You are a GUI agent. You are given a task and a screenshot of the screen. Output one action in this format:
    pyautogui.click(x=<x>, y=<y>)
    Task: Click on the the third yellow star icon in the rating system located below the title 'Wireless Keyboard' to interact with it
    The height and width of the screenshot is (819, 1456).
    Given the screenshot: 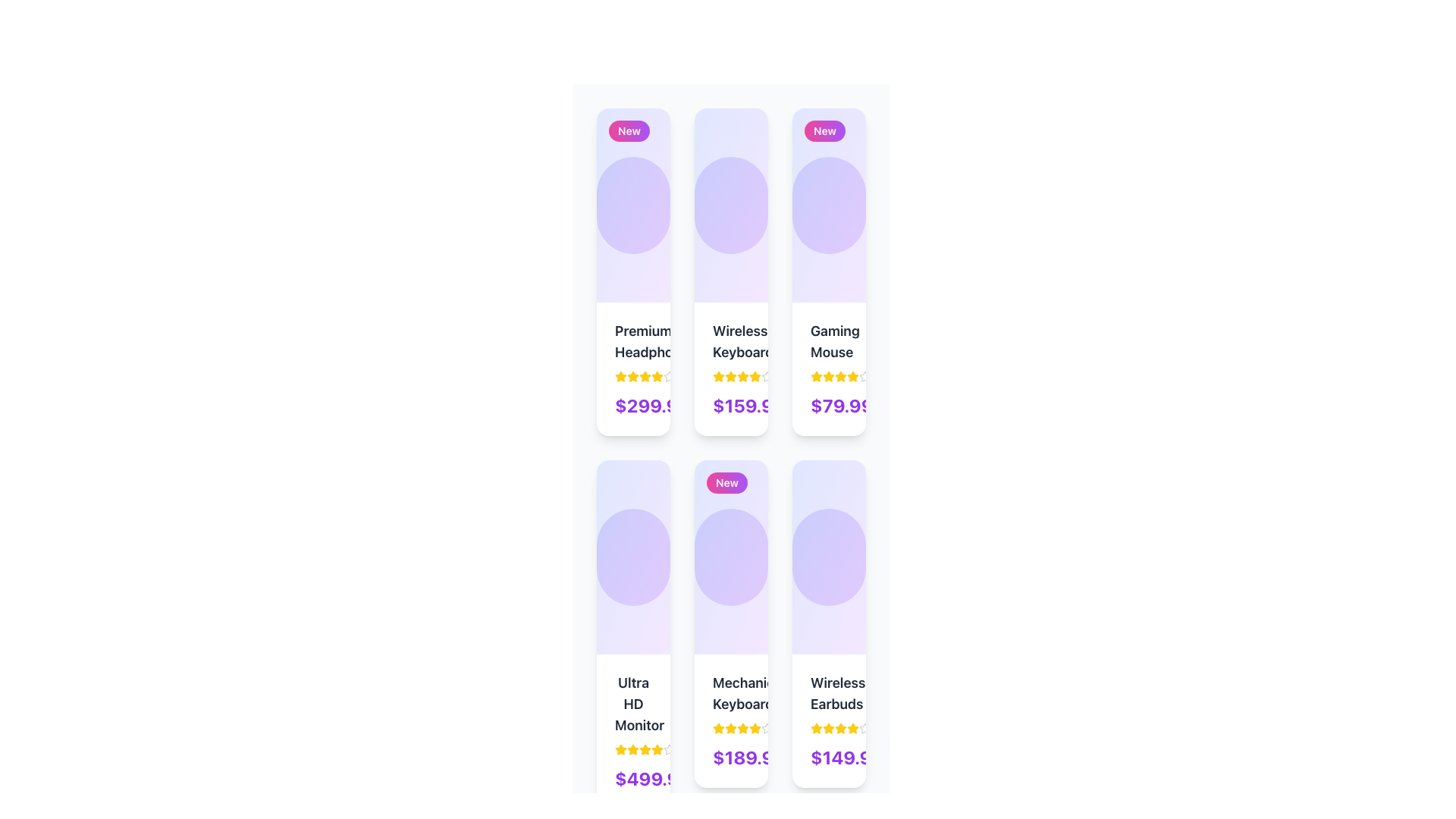 What is the action you would take?
    pyautogui.click(x=731, y=376)
    